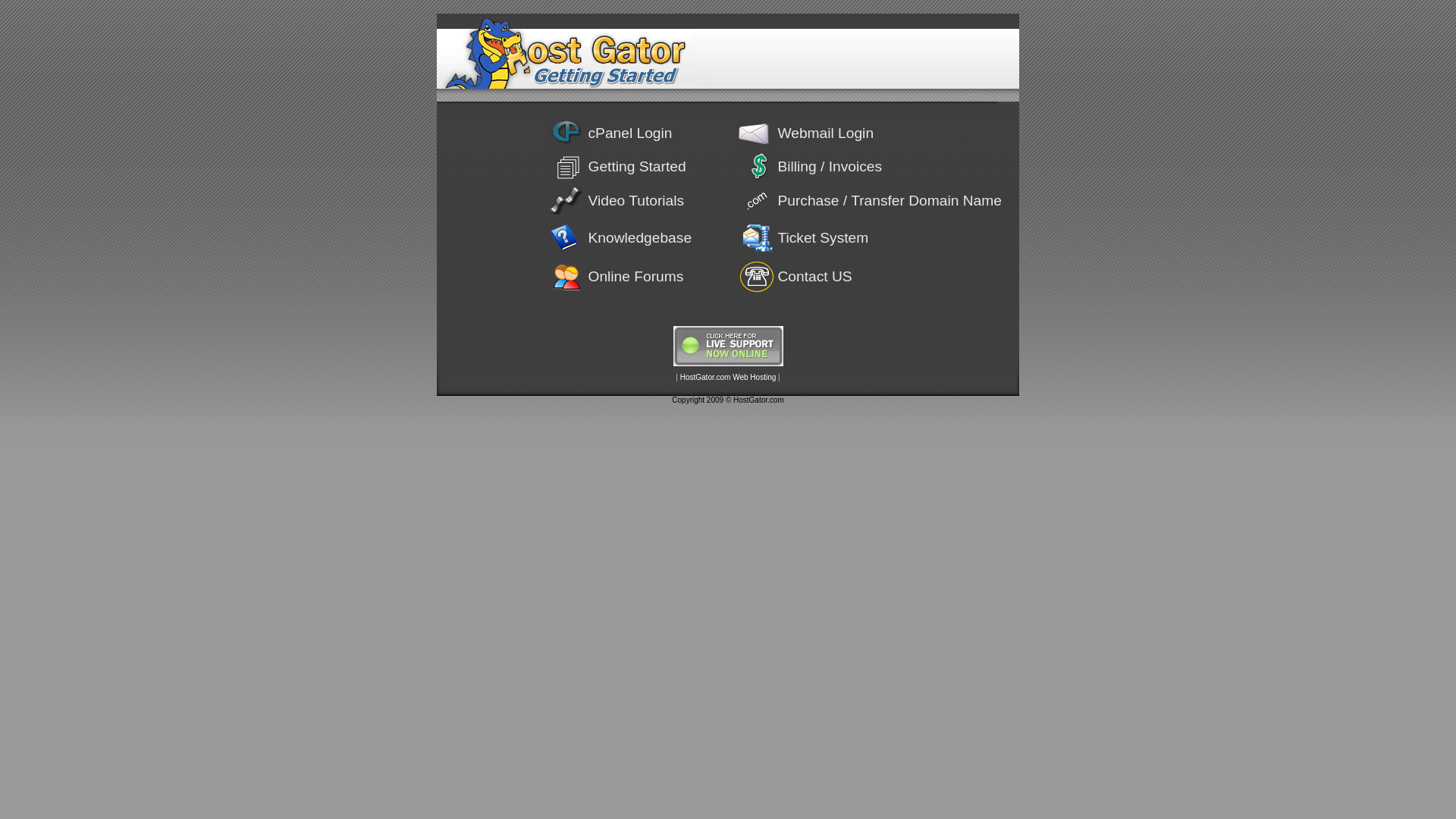 This screenshot has height=819, width=1456. Describe the element at coordinates (814, 276) in the screenshot. I see `'Contact US'` at that location.